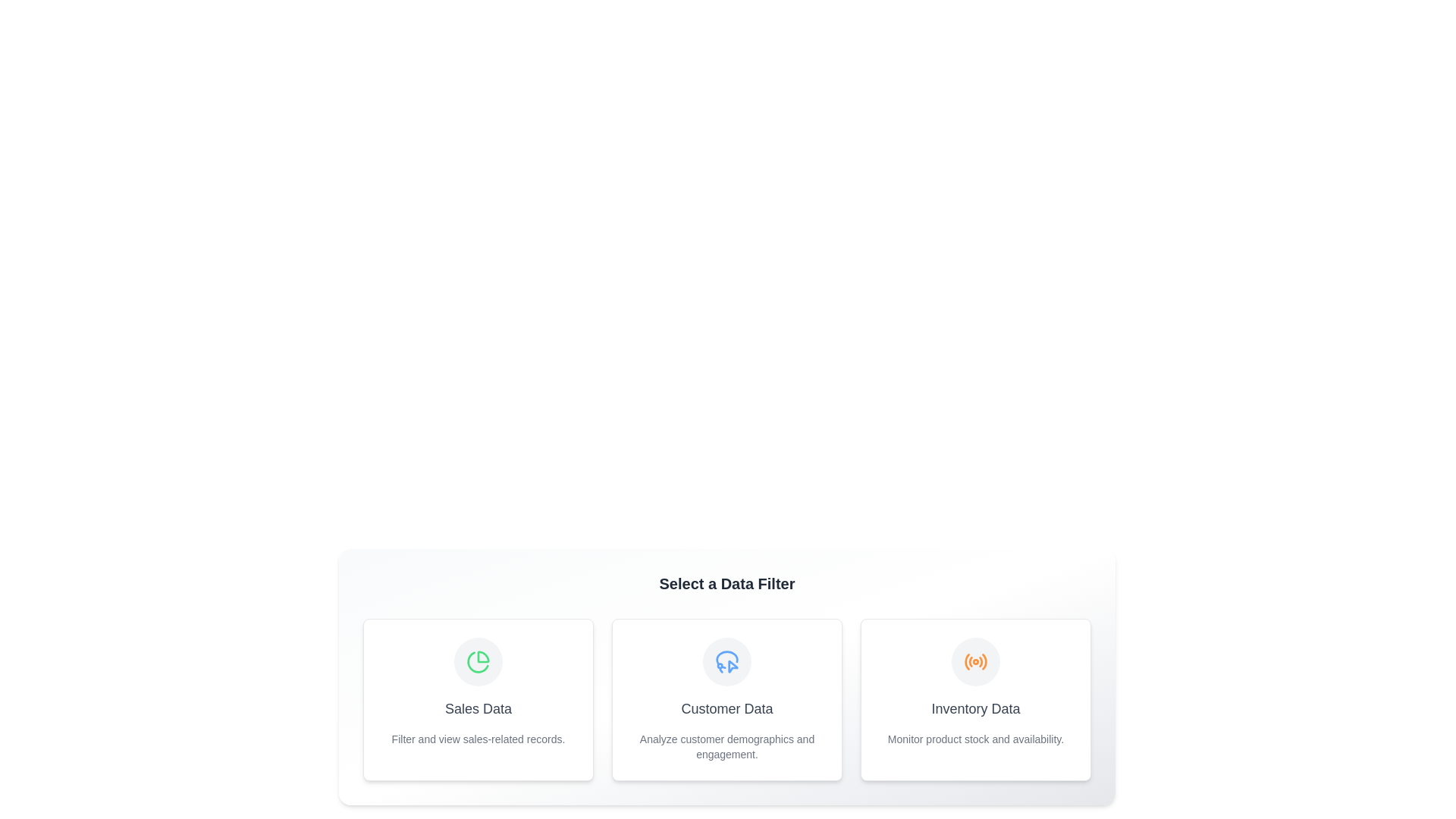 This screenshot has height=819, width=1456. I want to click on the circular icon featuring a section of a pie chart in green located within the 'Sales Data' card, so click(477, 661).